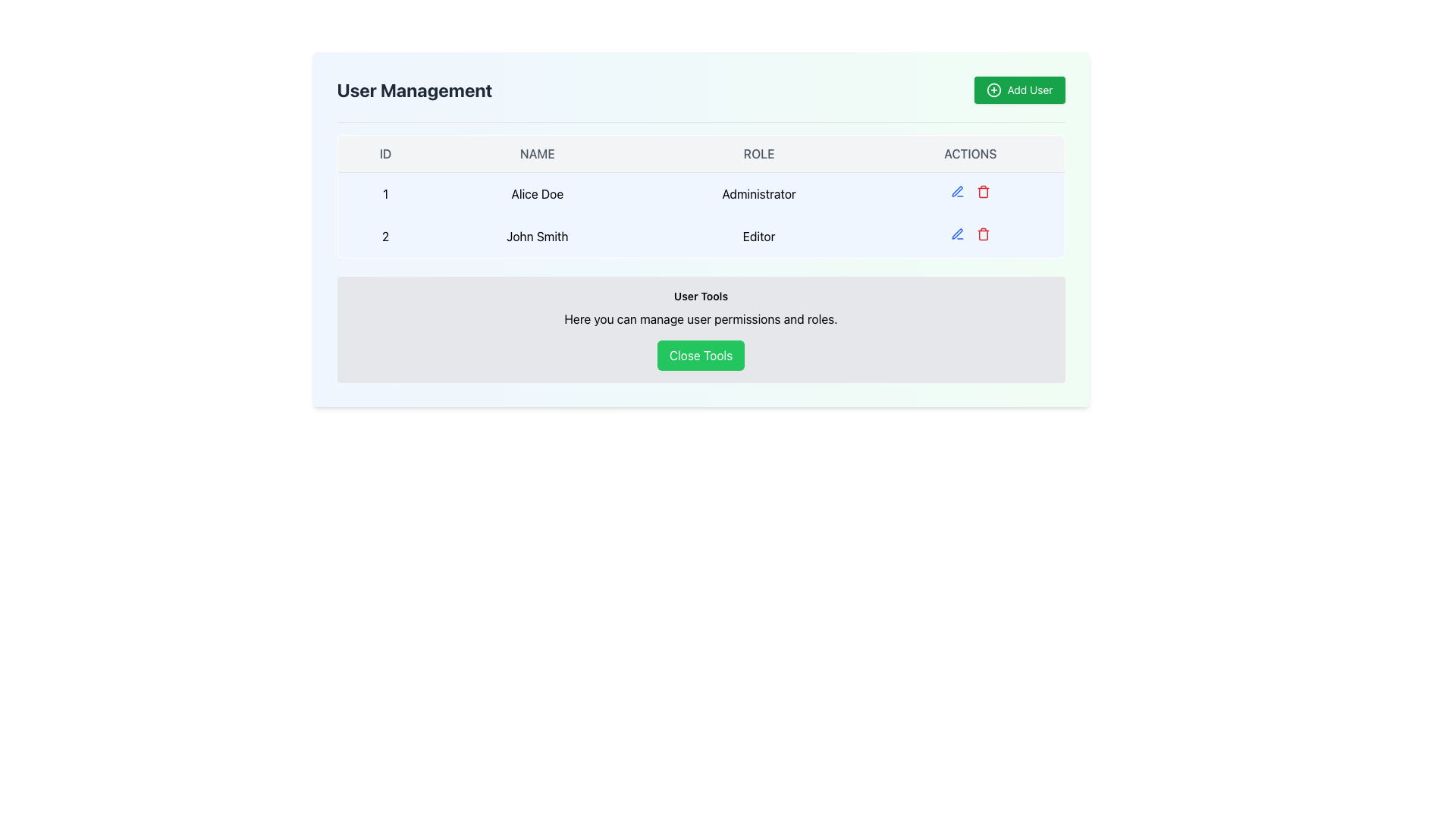 This screenshot has height=819, width=1456. Describe the element at coordinates (385, 154) in the screenshot. I see `the text label indicating user IDs, which is the first column header in the table, located at the top-left corner preceding the headers 'Name,' 'Role,' and 'Actions.'` at that location.